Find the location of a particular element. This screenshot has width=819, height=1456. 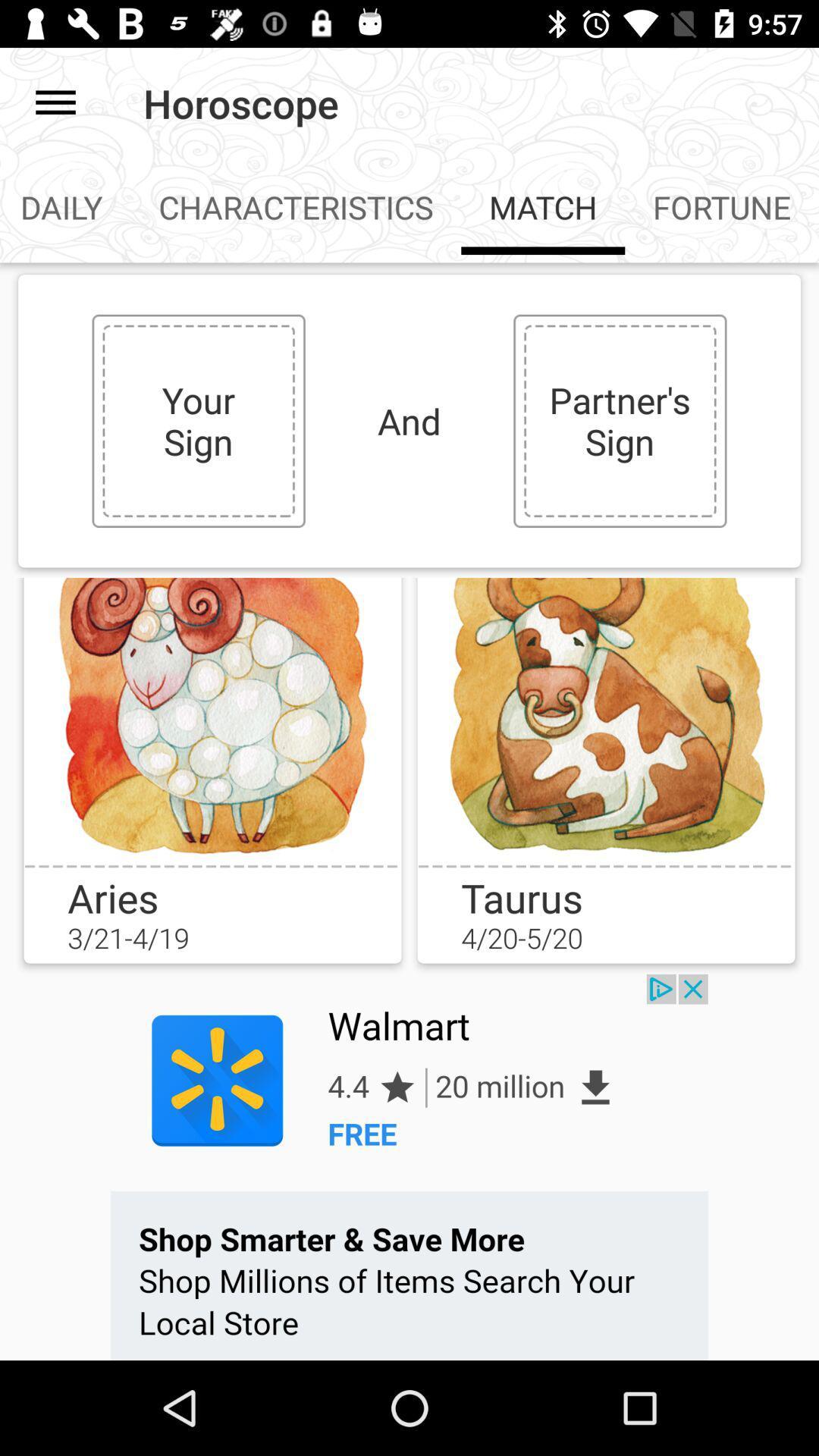

emoji is located at coordinates (605, 720).